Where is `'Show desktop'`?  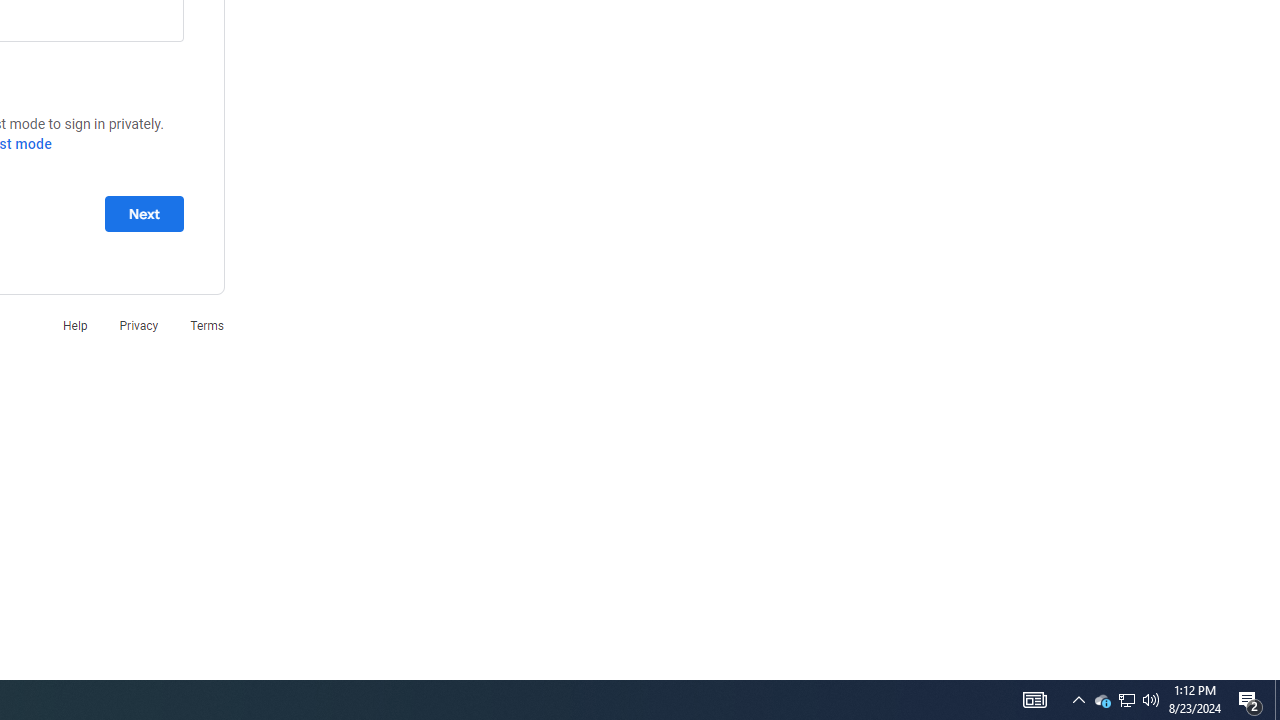
'Show desktop' is located at coordinates (1276, 698).